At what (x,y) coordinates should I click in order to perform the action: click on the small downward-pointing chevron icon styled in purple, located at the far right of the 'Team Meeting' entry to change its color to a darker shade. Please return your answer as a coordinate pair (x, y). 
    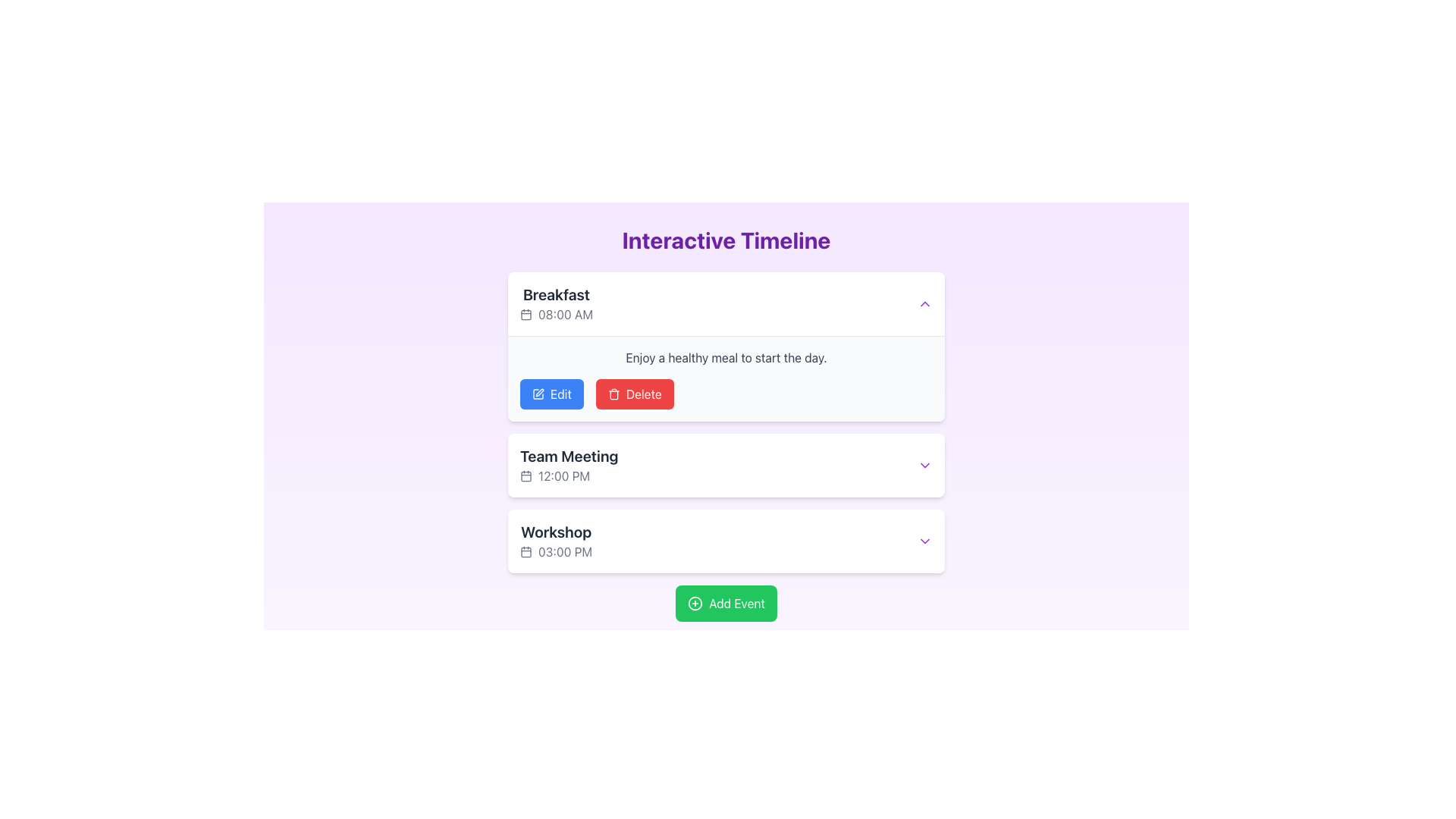
    Looking at the image, I should click on (924, 464).